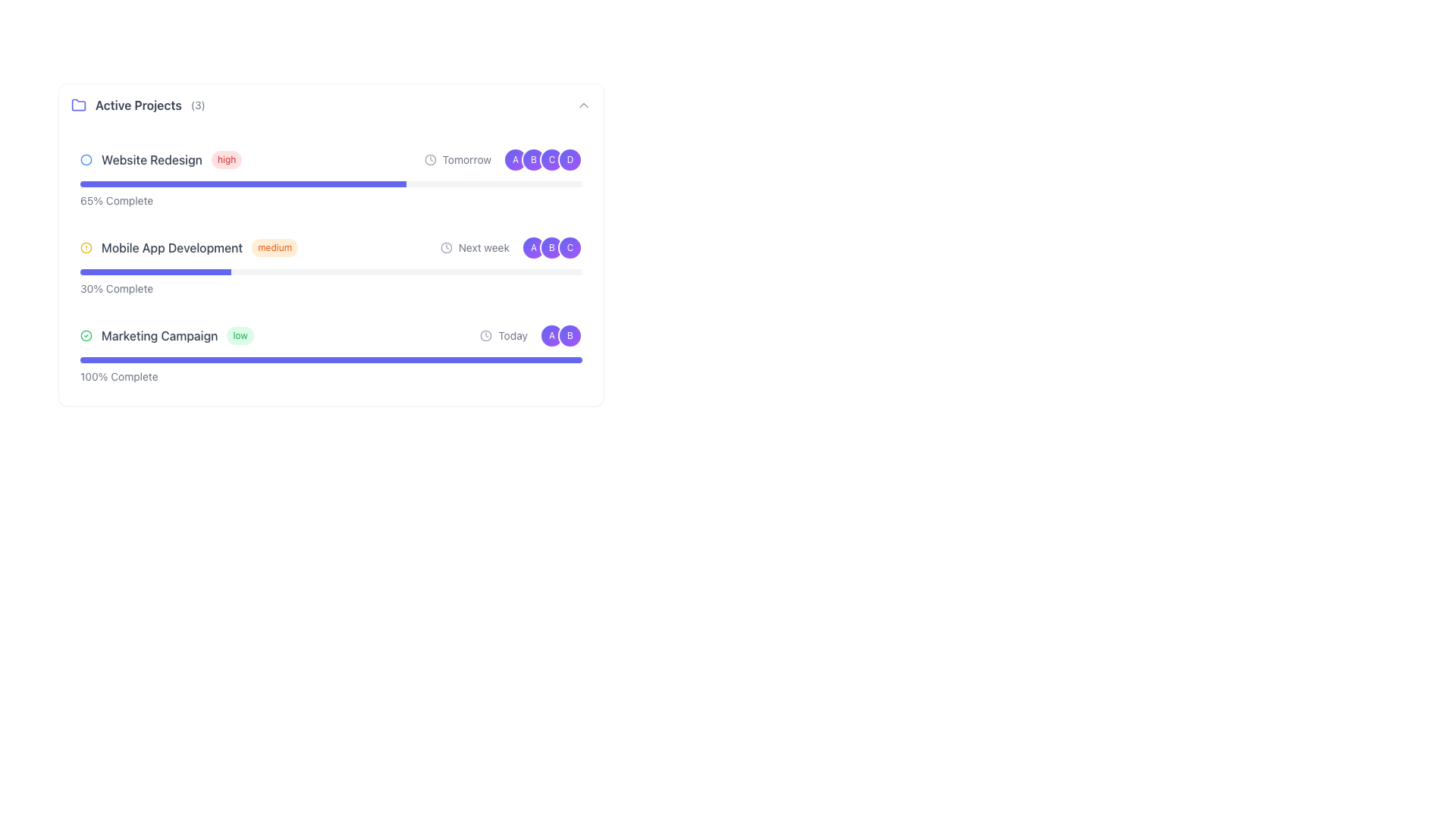 The image size is (1456, 819). I want to click on the static text displaying 'Next week', which is styled in a small sans-serif font and is positioned between a clock icon and action buttons labeled 'A', 'B', and 'C', so click(483, 247).